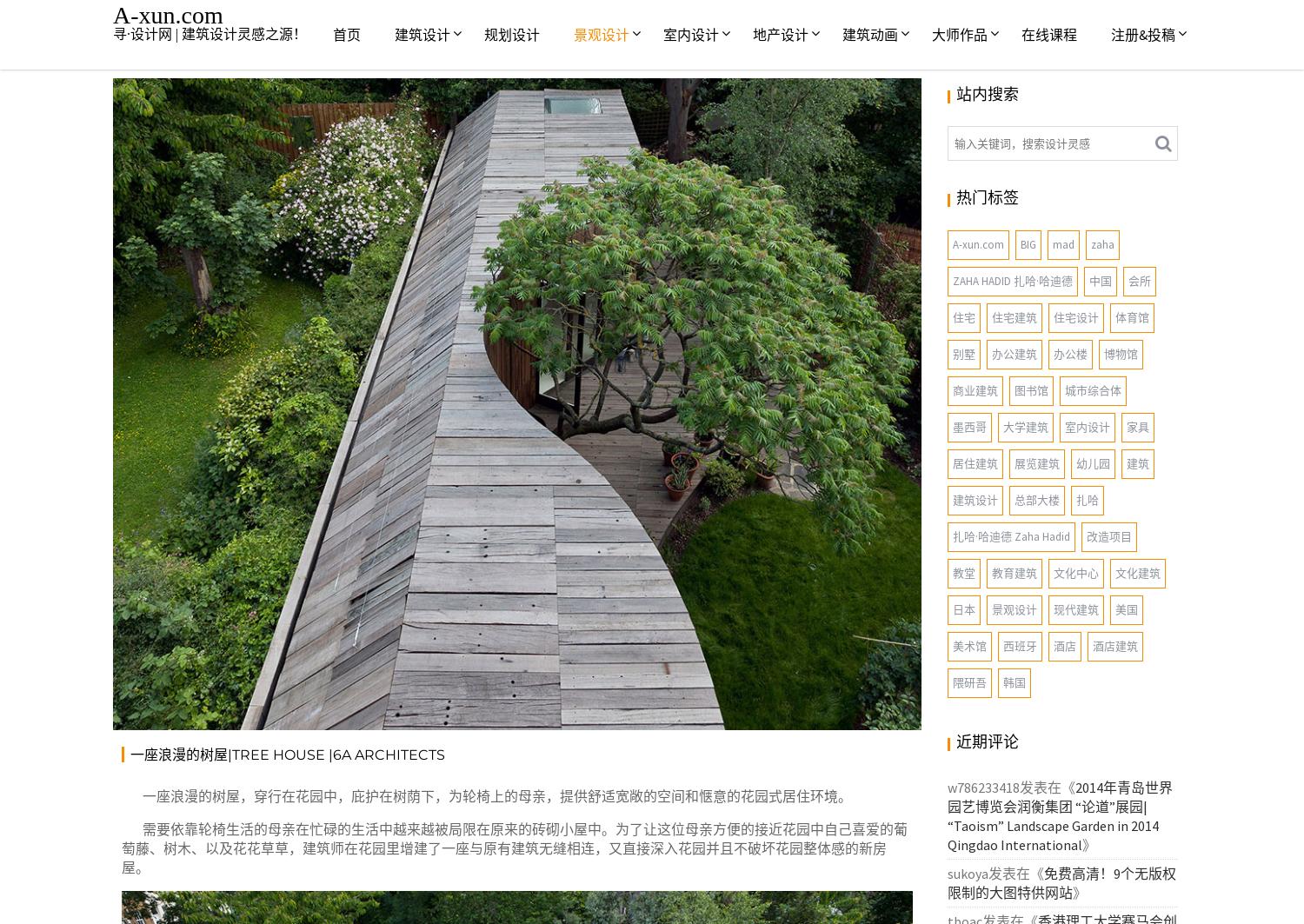  I want to click on '2014年青岛世界园艺博览会润衡集团 “论道”展园|“Taoism” Landscape Garden in 2014 Qingdao International', so click(1059, 814).